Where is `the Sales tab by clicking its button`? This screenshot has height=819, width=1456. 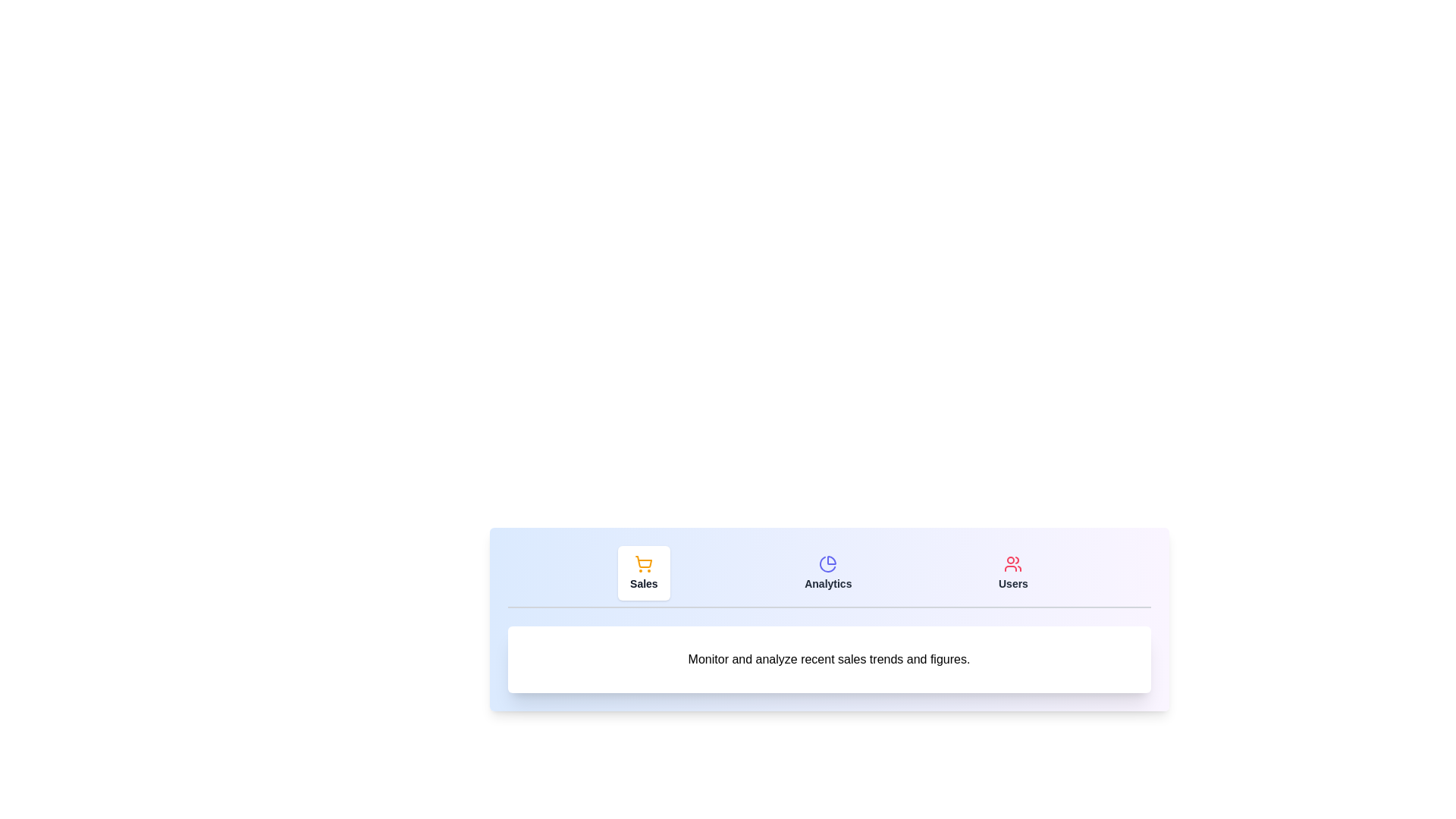
the Sales tab by clicking its button is located at coordinates (644, 573).